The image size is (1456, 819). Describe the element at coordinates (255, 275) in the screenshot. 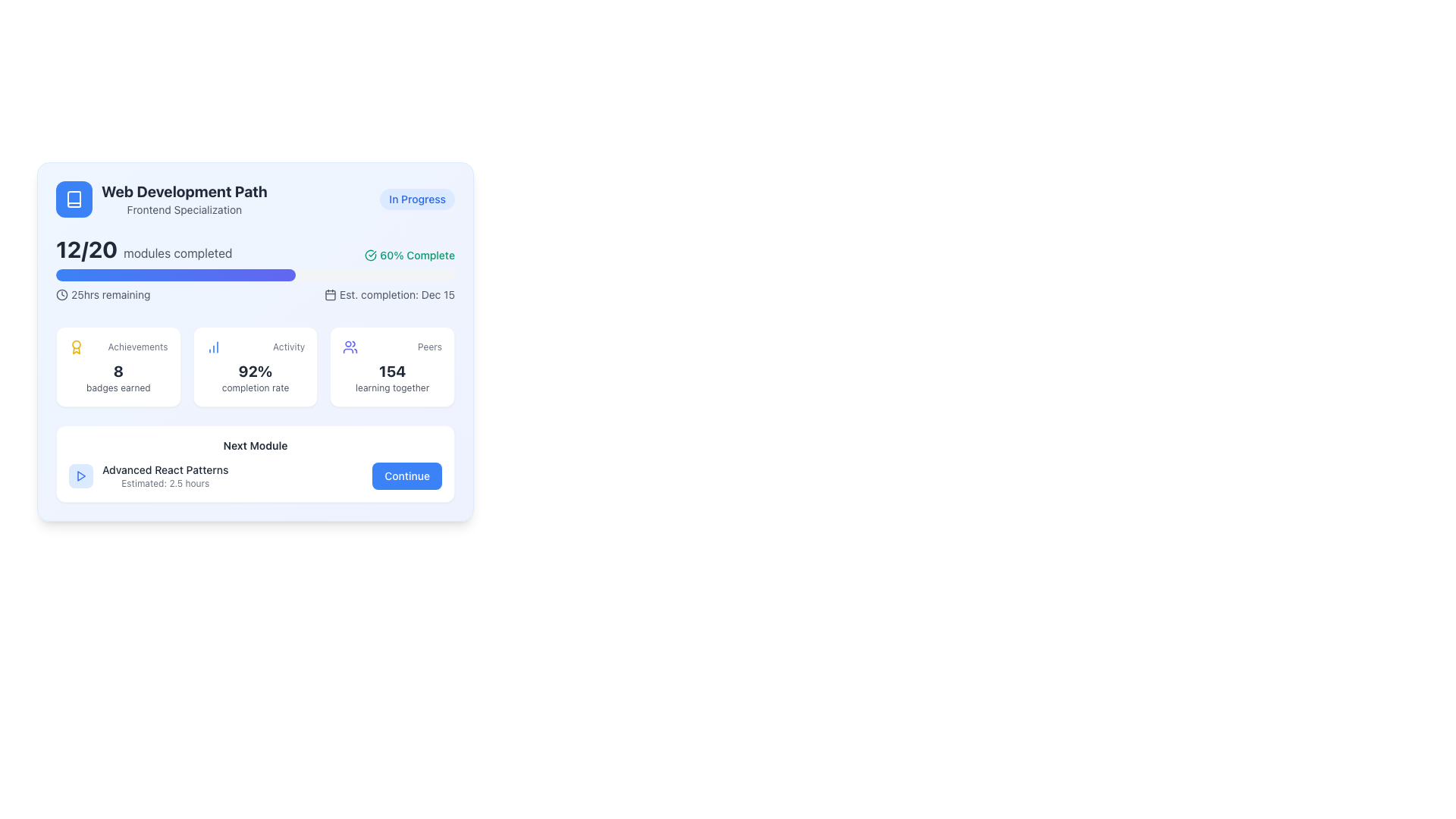

I see `the progress visually on the progress bar that is styled with a gray background and a gradient filling from blue to indigo, located below the header displaying '12/20 modules completed'` at that location.